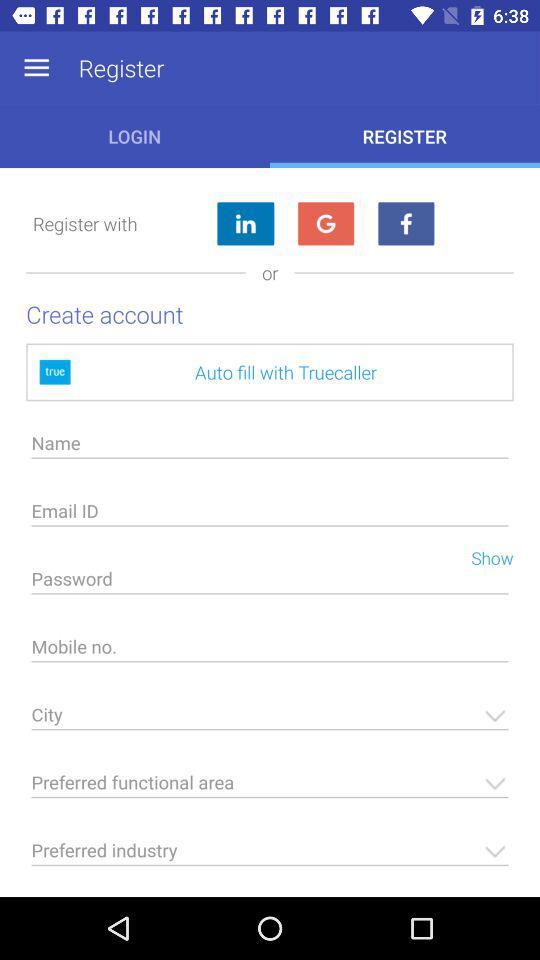  Describe the element at coordinates (270, 515) in the screenshot. I see `your email id` at that location.